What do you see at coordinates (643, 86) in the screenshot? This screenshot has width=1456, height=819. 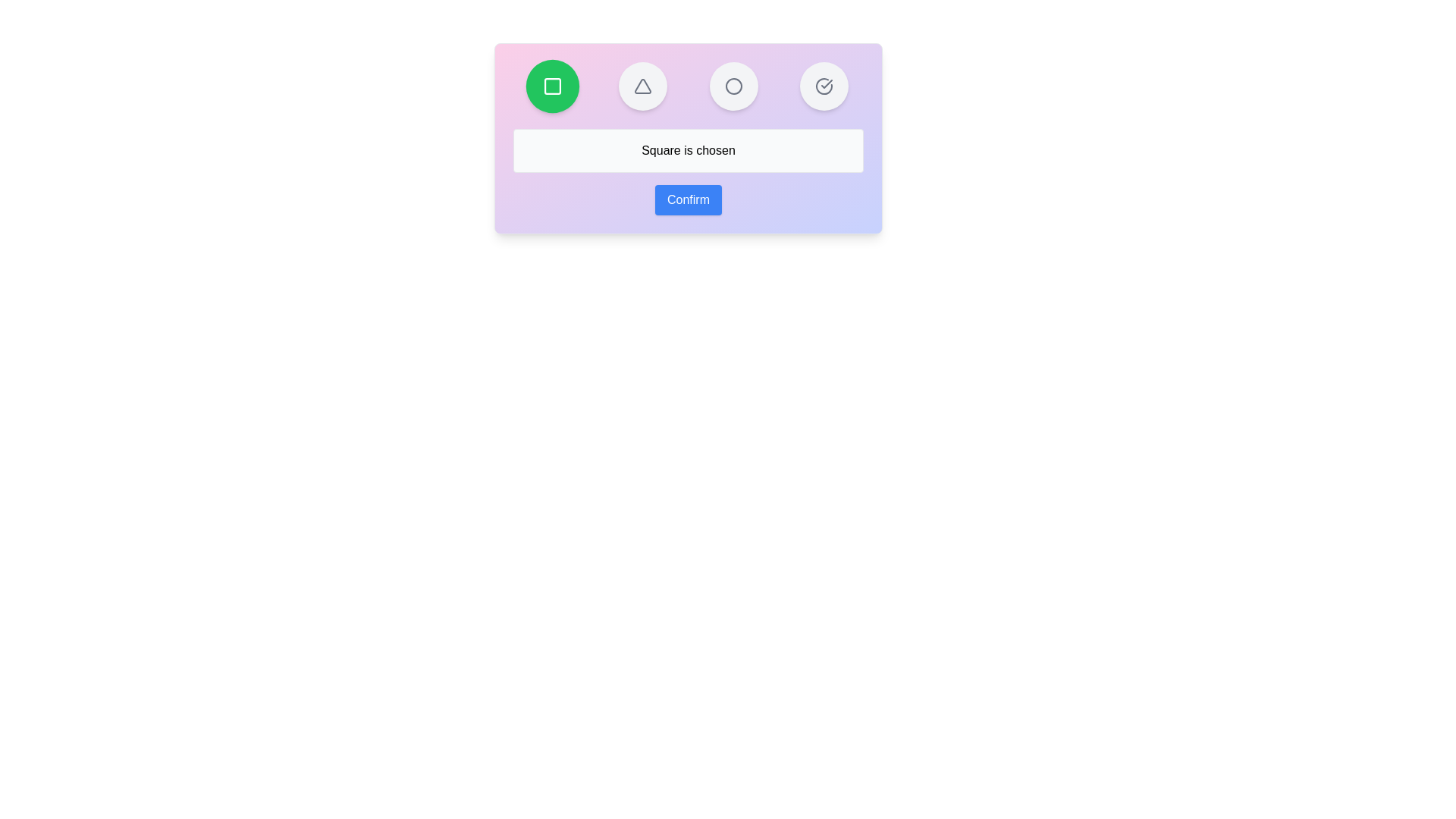 I see `the button representing the shape Triangle to select it` at bounding box center [643, 86].